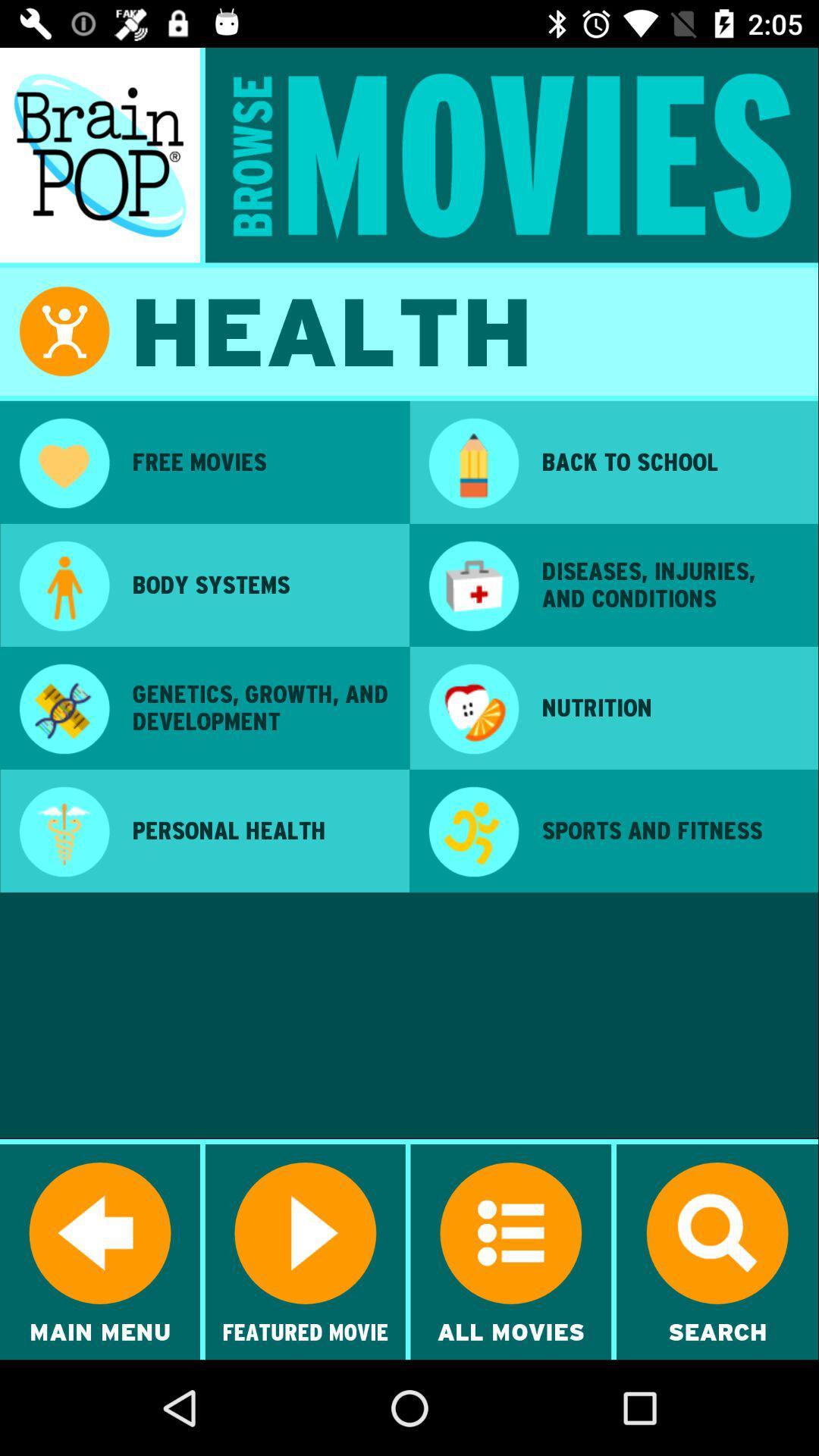 This screenshot has height=1456, width=819. I want to click on the free movies, so click(259, 461).